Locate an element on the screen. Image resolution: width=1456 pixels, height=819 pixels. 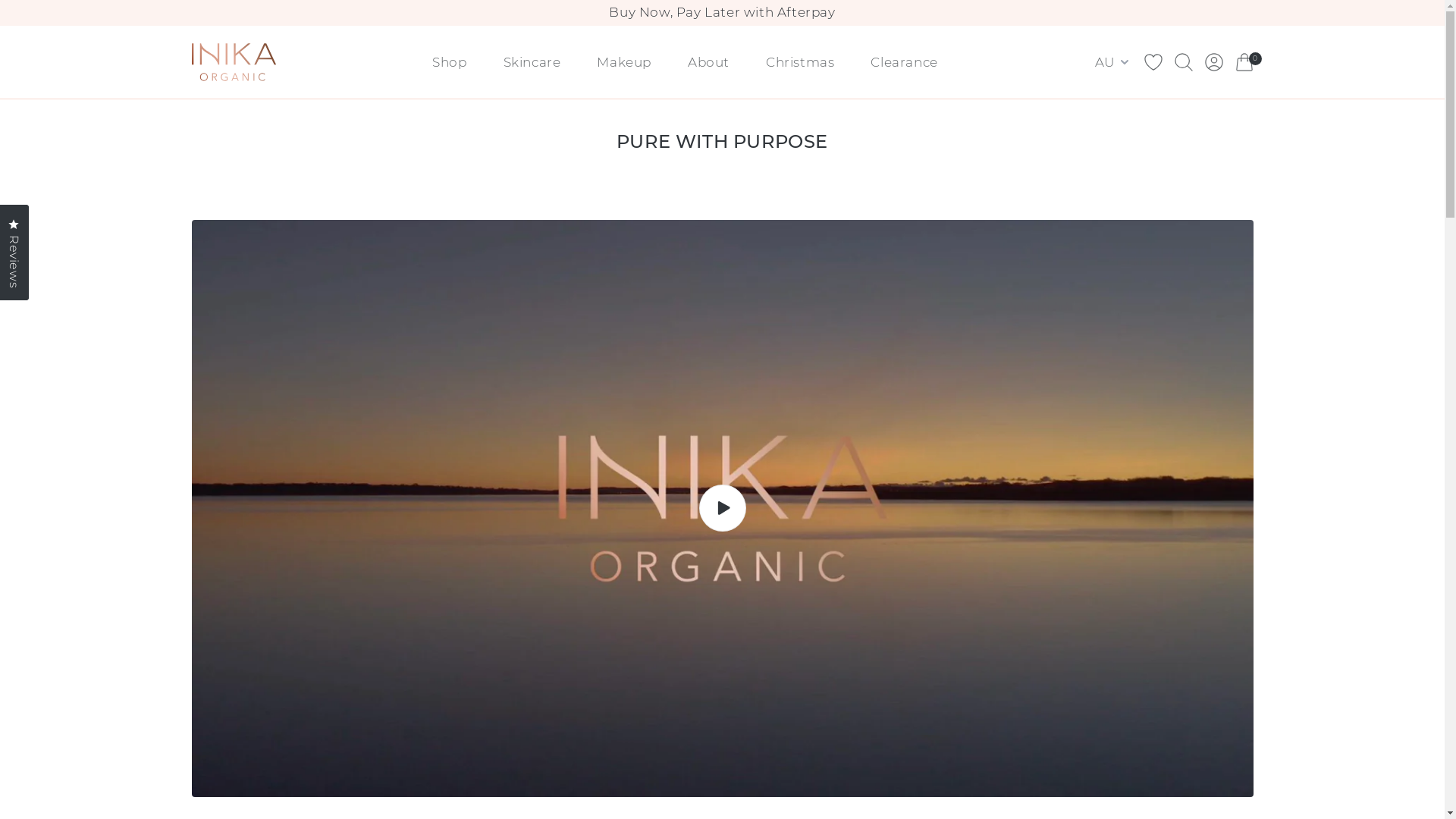
'Makeup' is located at coordinates (623, 61).